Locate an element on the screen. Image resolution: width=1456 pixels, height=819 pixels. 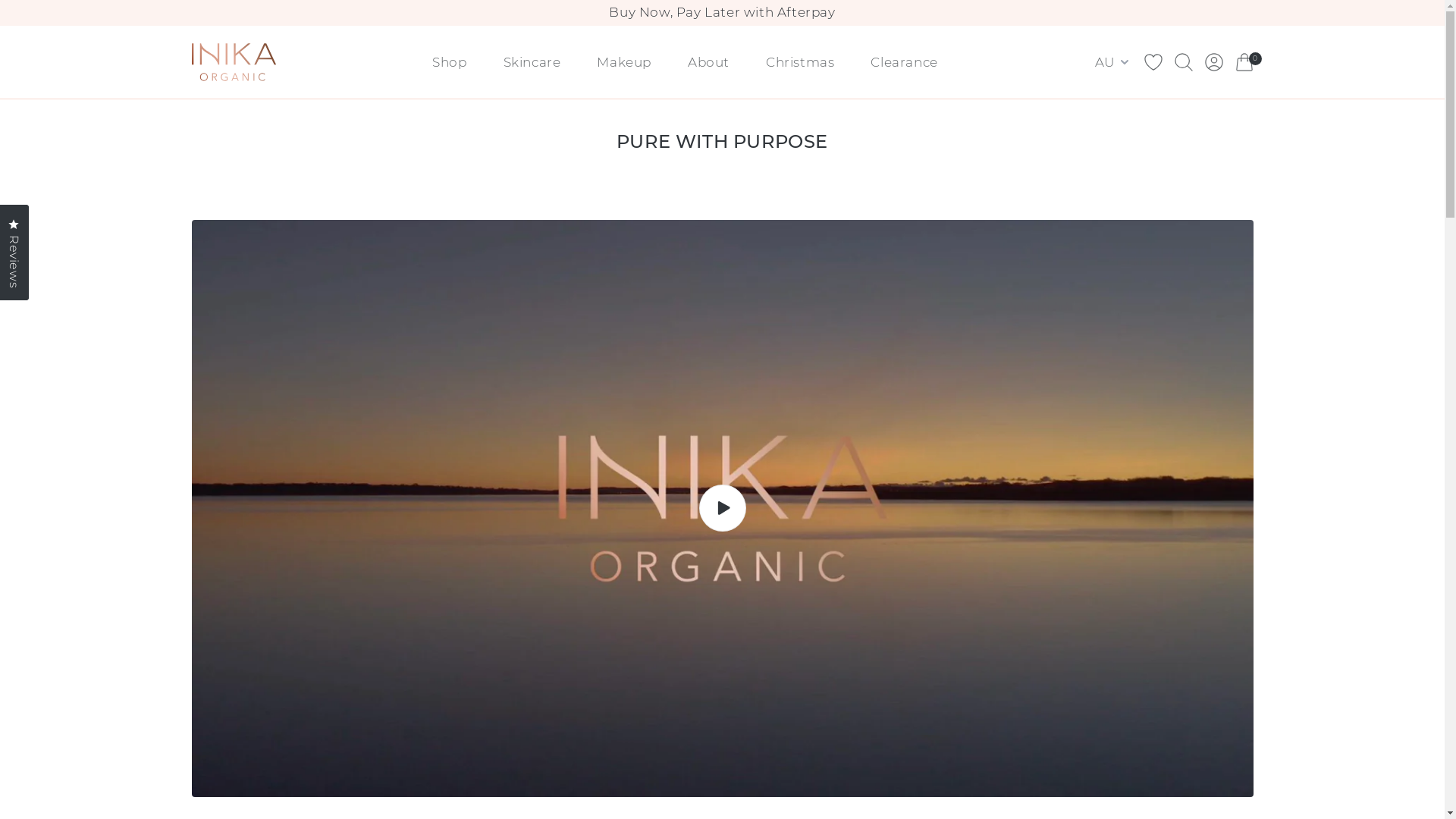
'Makeup' is located at coordinates (623, 61).